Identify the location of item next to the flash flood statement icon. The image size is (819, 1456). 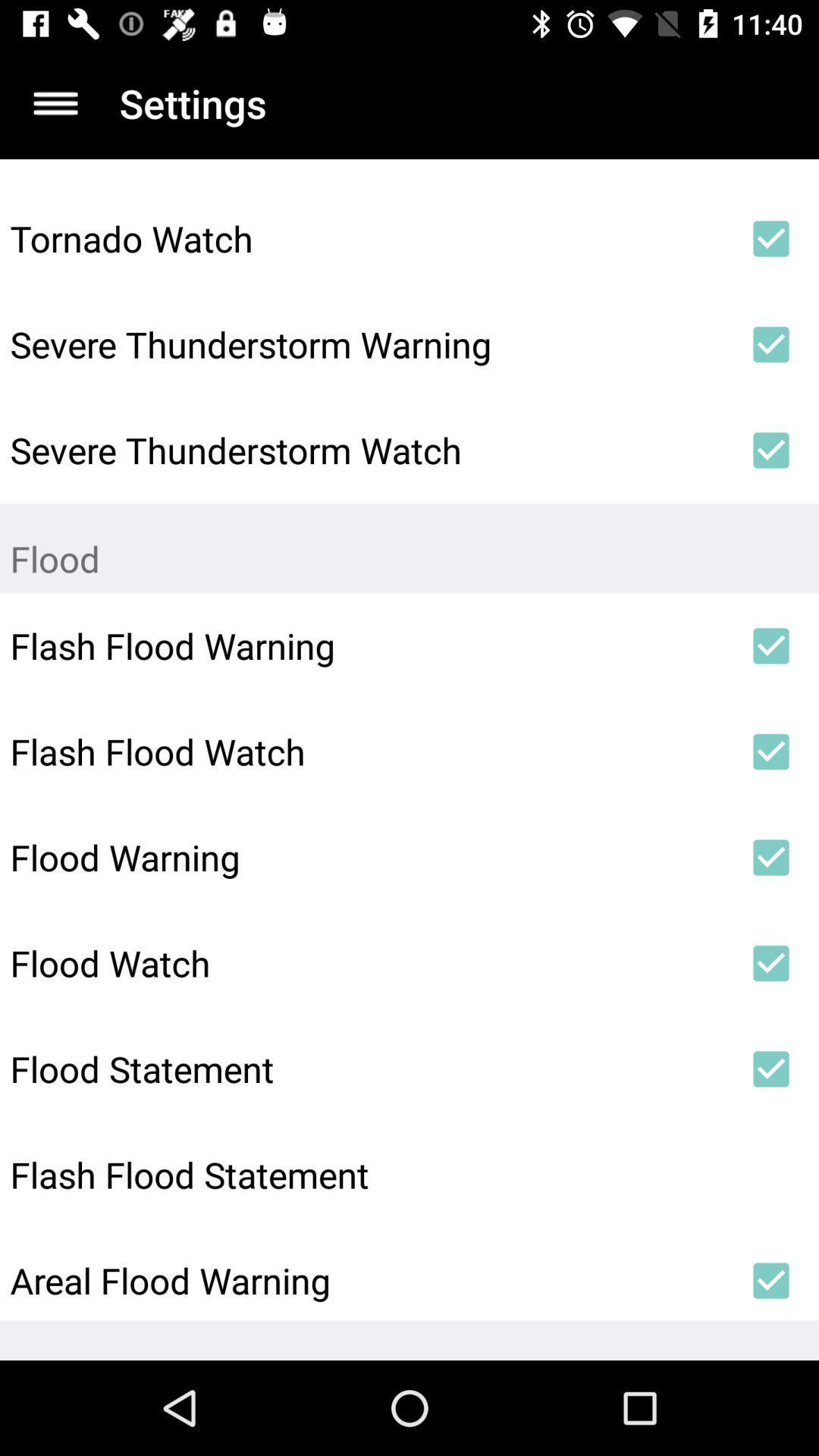
(771, 1174).